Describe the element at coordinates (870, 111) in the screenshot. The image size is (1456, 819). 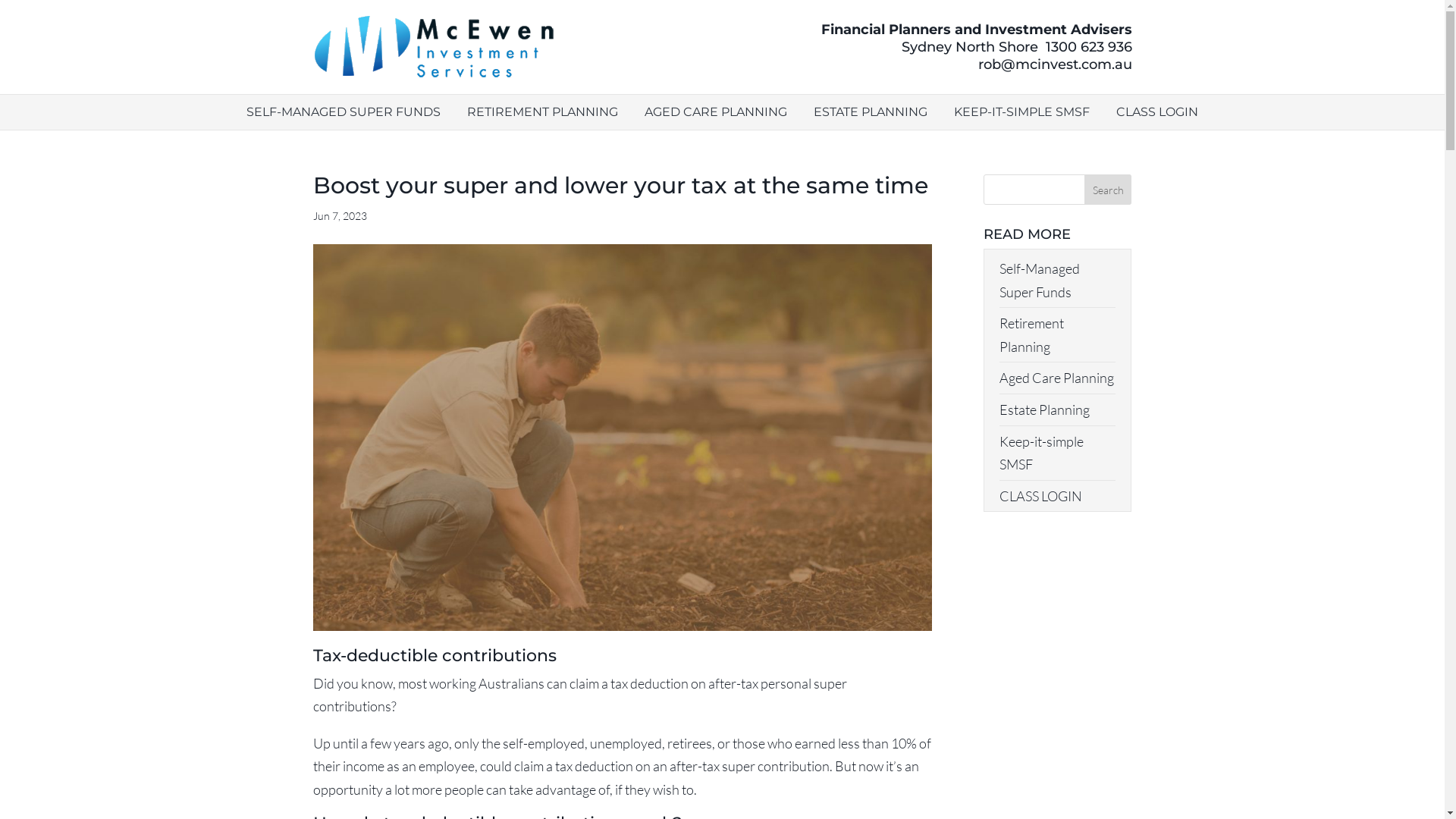
I see `'ESTATE PLANNING'` at that location.